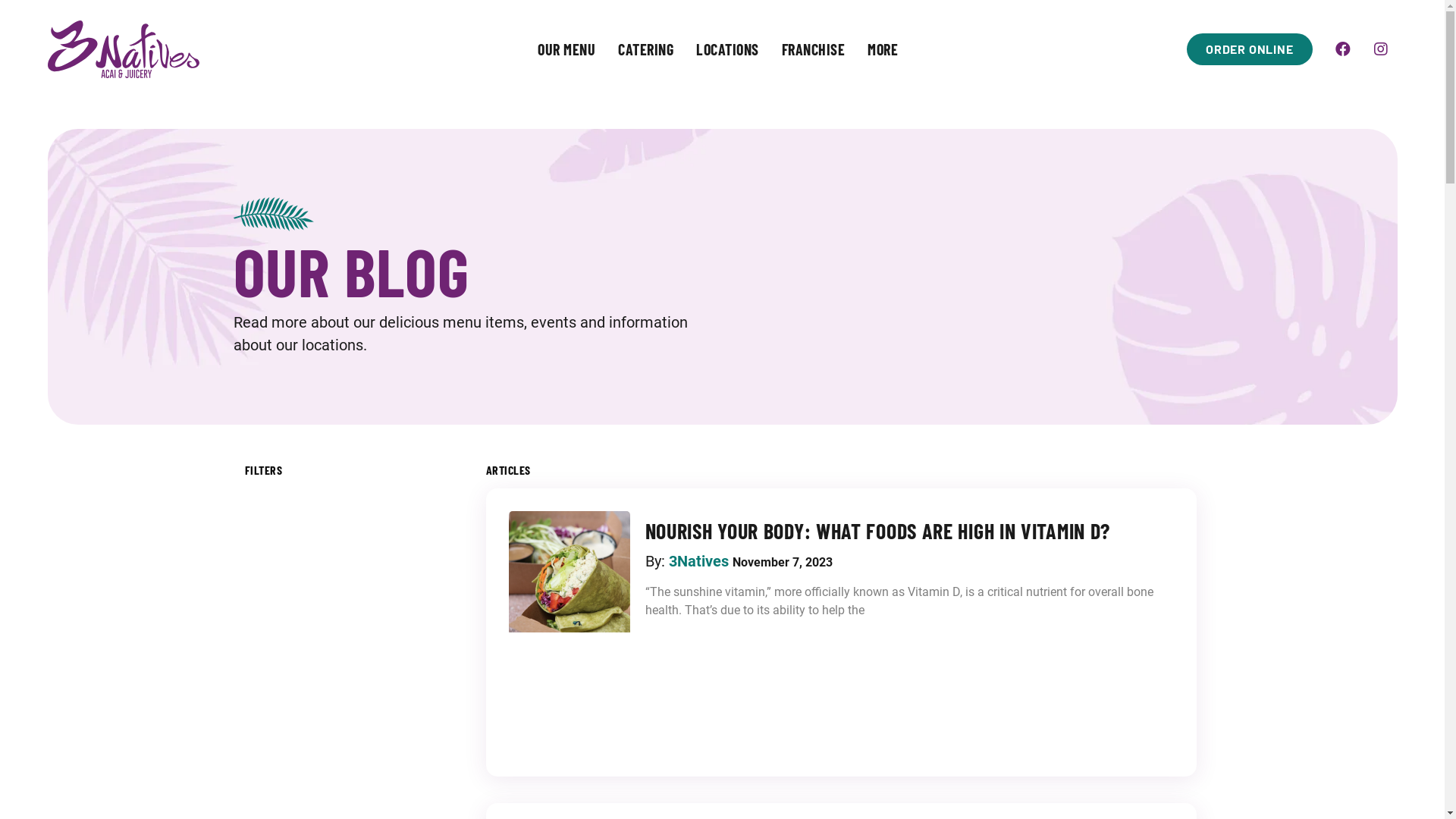 The height and width of the screenshot is (819, 1456). I want to click on 'OUR MENU', so click(566, 49).